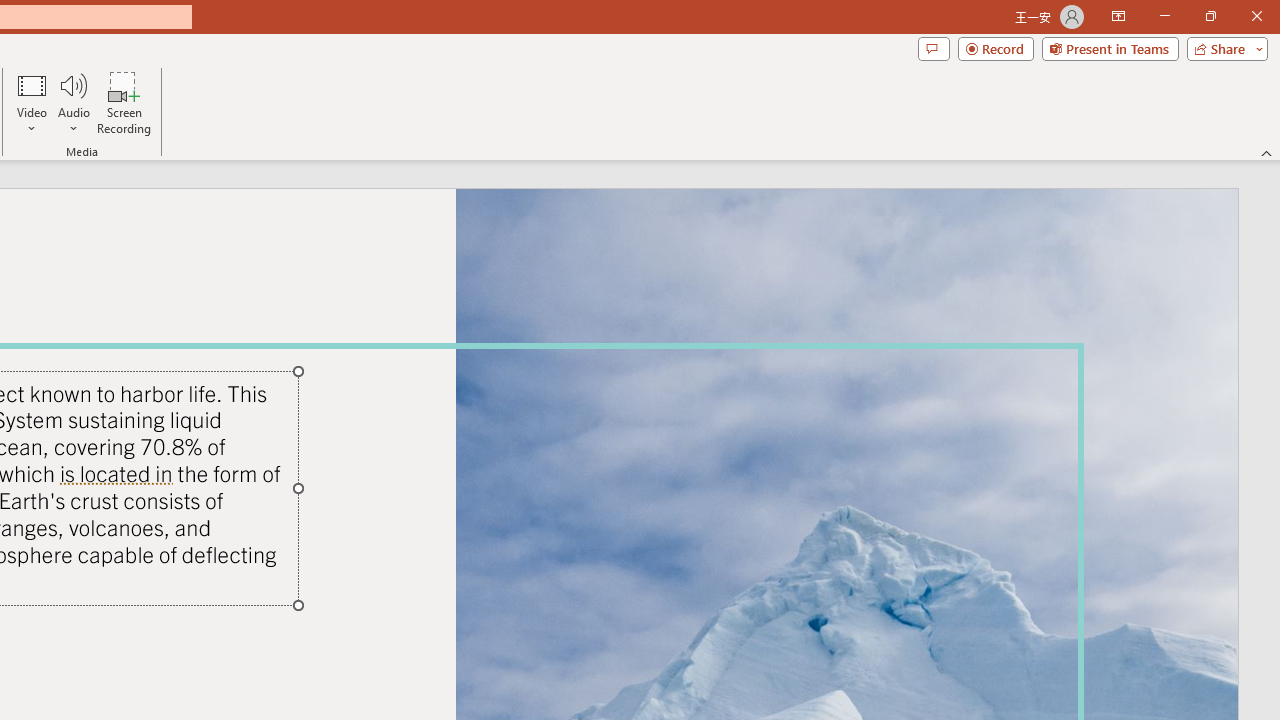 The width and height of the screenshot is (1280, 720). What do you see at coordinates (1209, 16) in the screenshot?
I see `'Restore Down'` at bounding box center [1209, 16].